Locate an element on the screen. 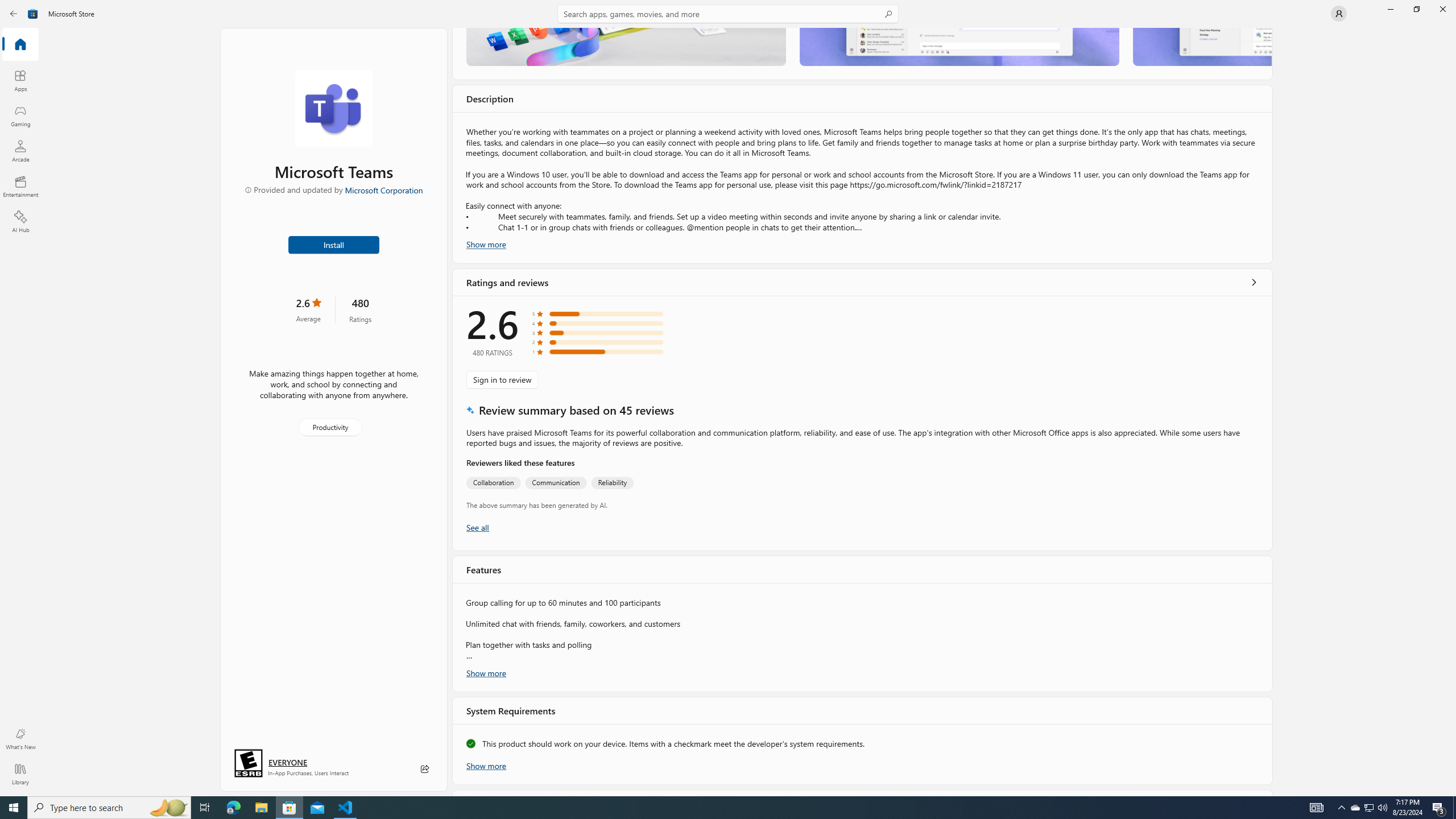 The width and height of the screenshot is (1456, 819). 'Gaming' is located at coordinates (19, 115).